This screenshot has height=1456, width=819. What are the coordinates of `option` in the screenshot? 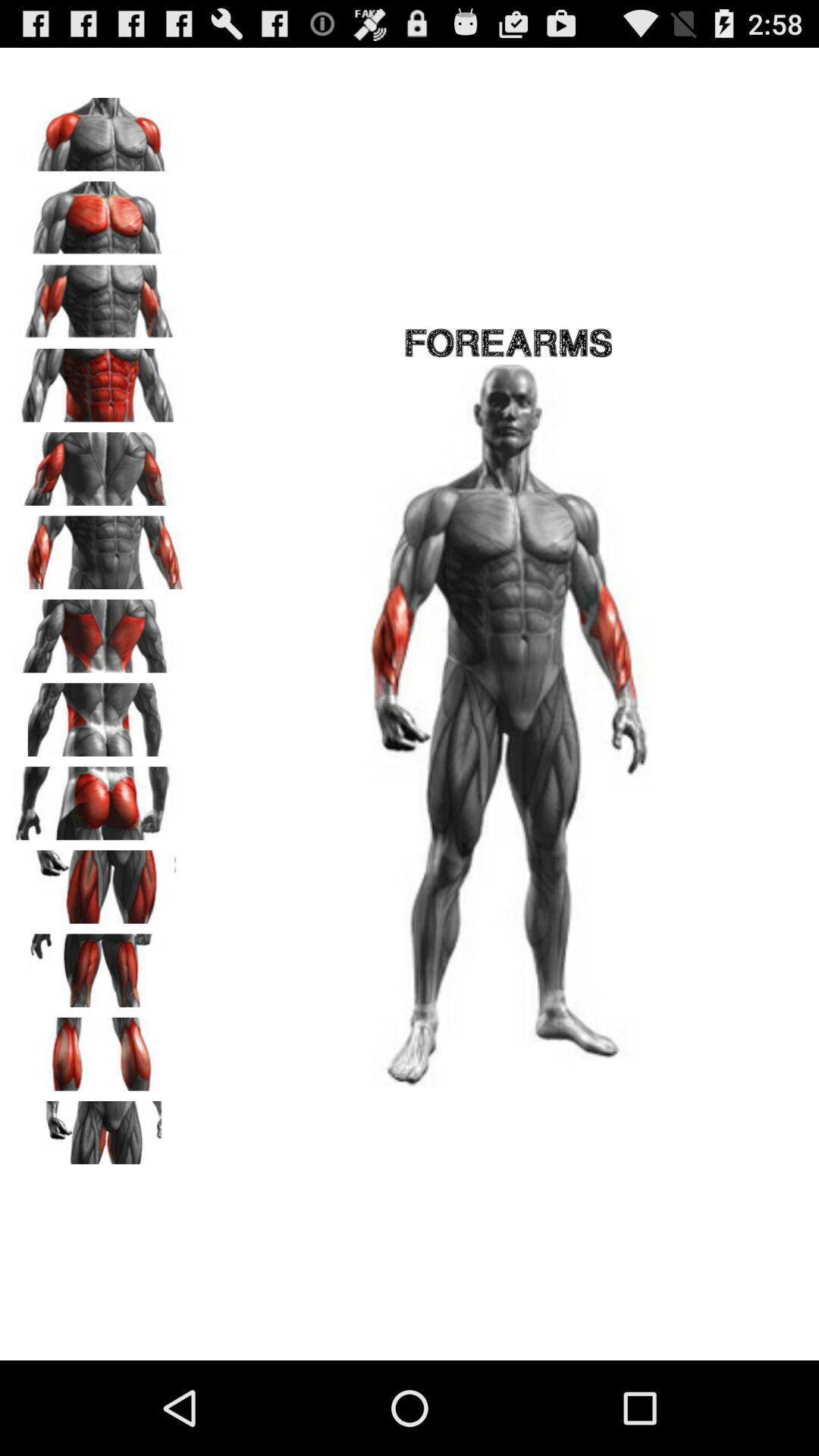 It's located at (99, 1048).